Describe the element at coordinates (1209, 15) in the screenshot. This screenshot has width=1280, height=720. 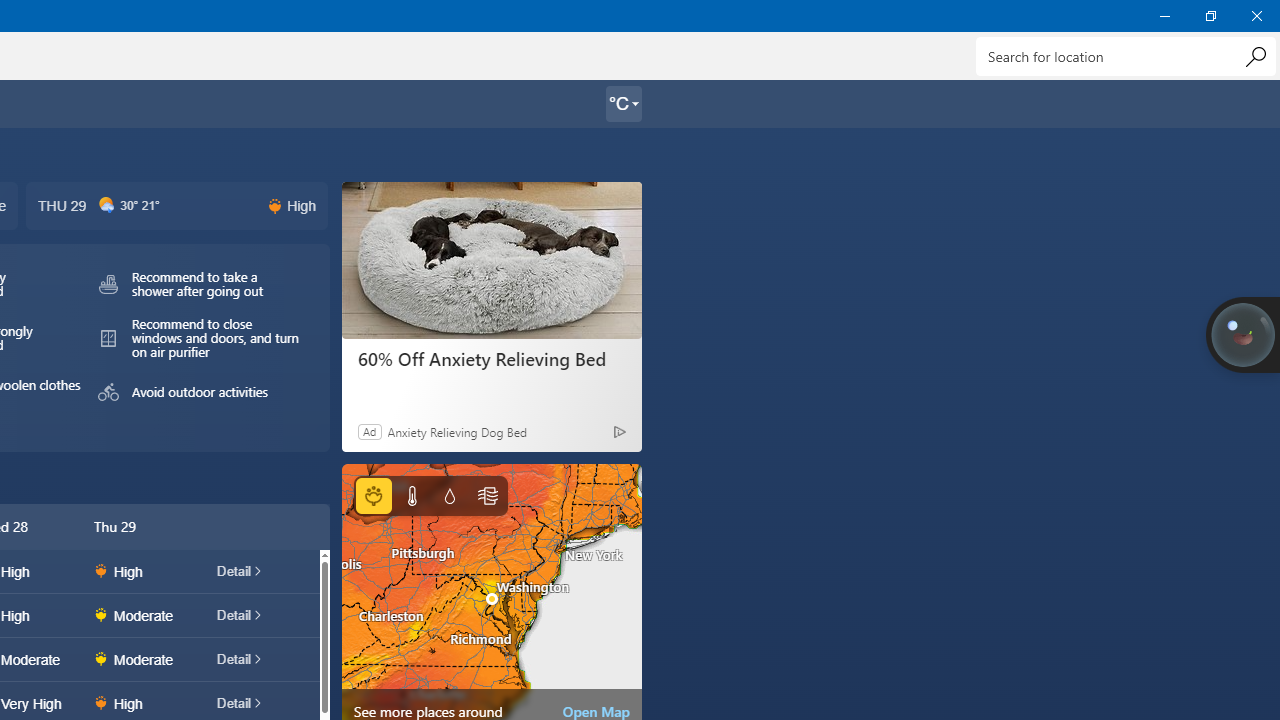
I see `'Restore Weather'` at that location.